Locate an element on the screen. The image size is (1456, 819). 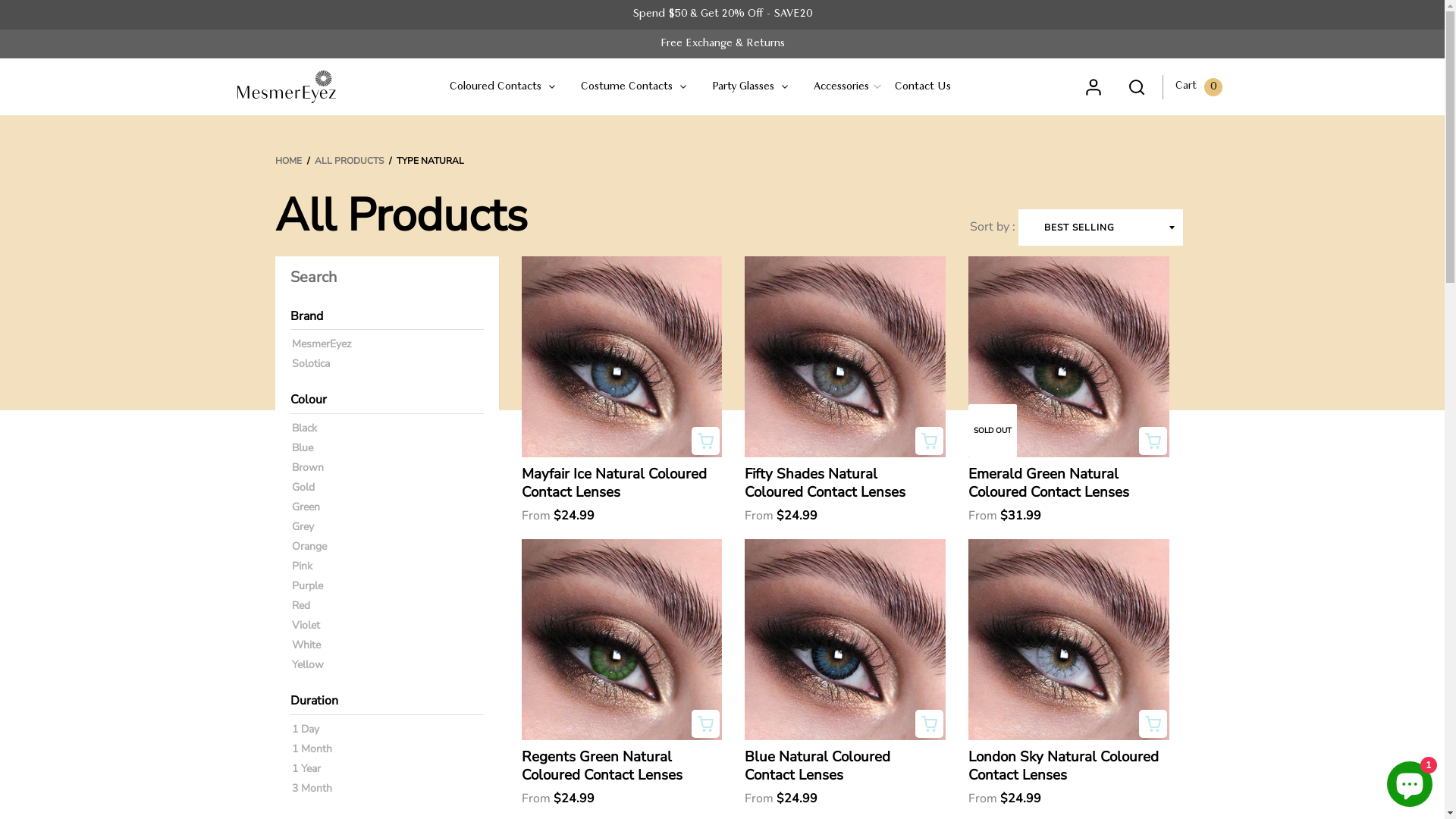
'Green' is located at coordinates (304, 507).